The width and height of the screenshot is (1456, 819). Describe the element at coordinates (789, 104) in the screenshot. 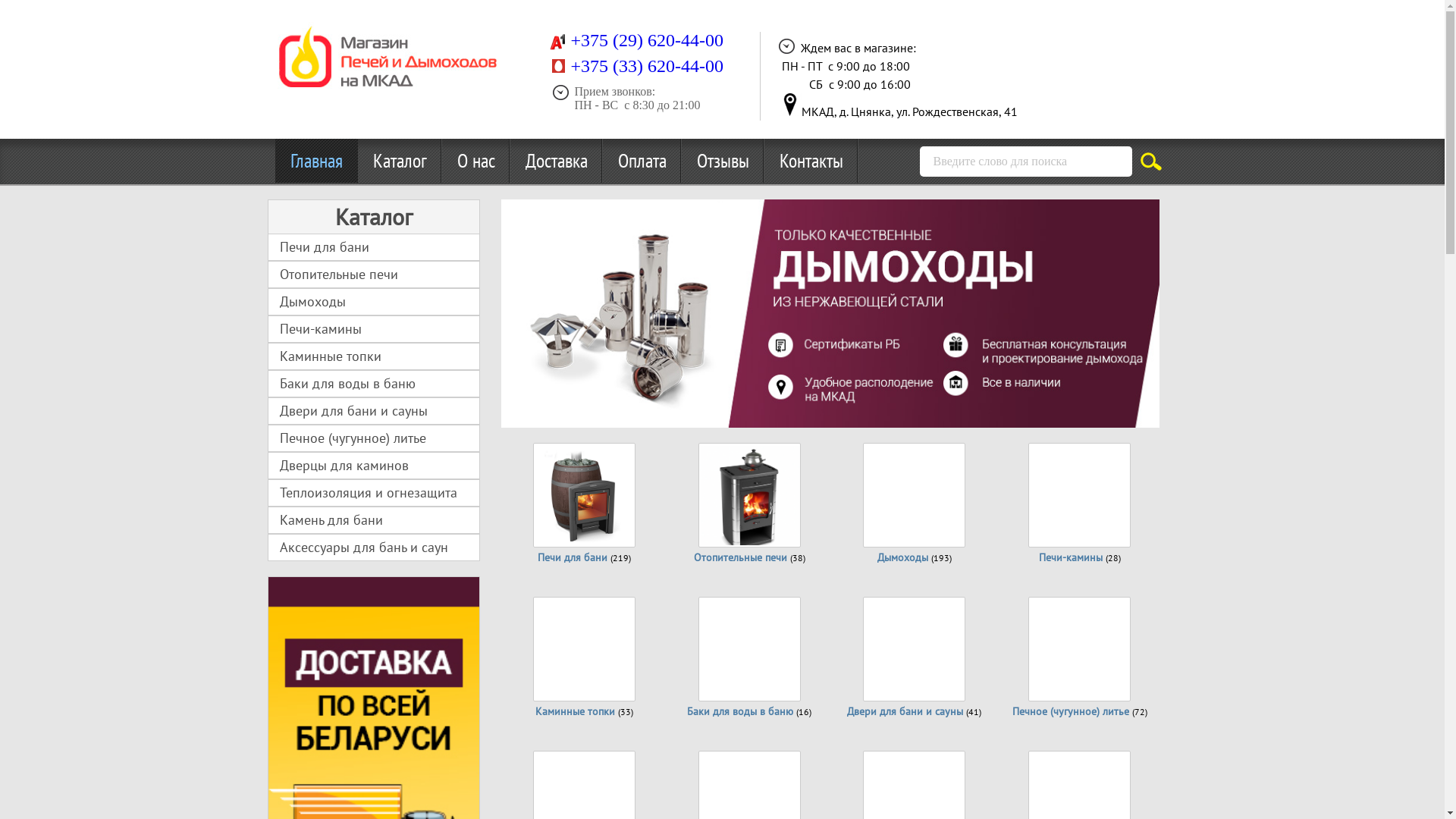

I see `'no-translate-detected_318-27222.jpg'` at that location.